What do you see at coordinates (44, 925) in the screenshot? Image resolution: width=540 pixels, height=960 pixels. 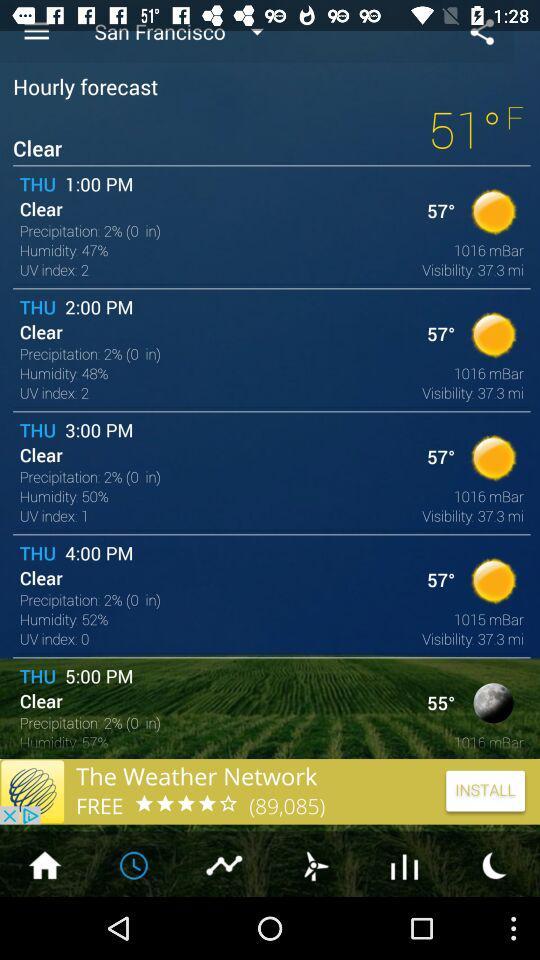 I see `the home icon` at bounding box center [44, 925].